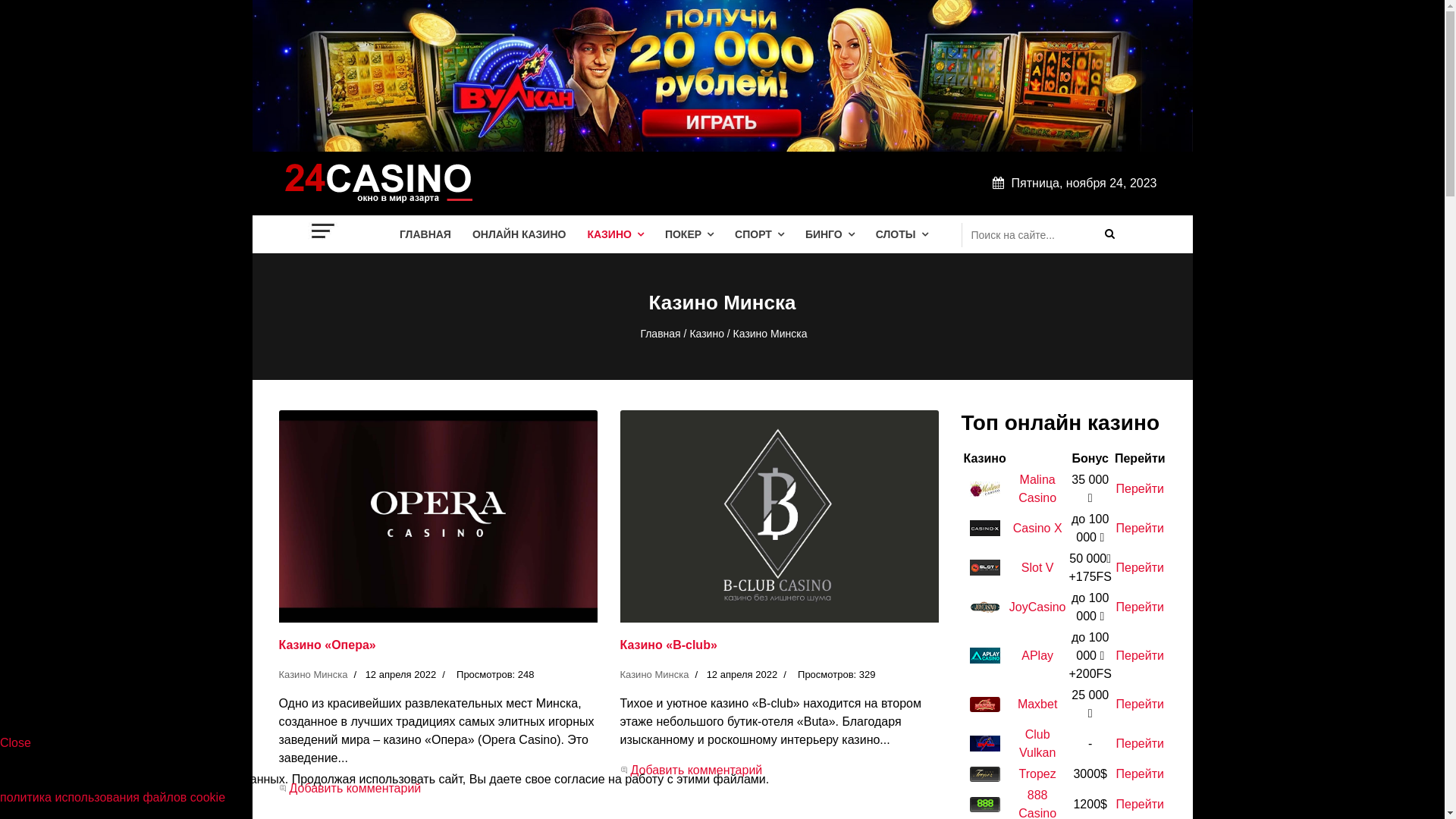  Describe the element at coordinates (1019, 742) in the screenshot. I see `'Club Vulkan'` at that location.